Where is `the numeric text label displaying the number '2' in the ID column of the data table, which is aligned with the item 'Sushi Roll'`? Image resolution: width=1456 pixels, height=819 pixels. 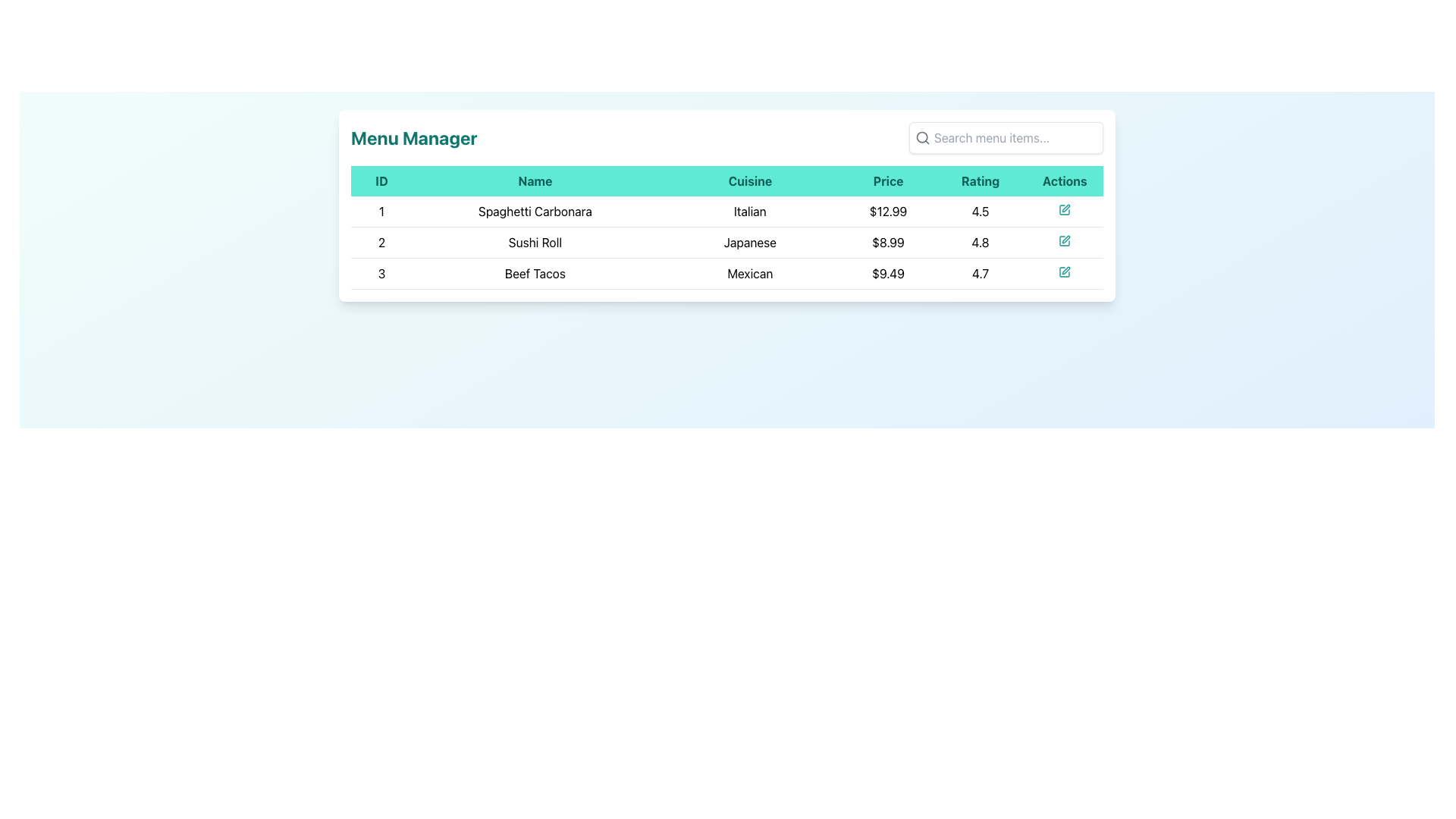
the numeric text label displaying the number '2' in the ID column of the data table, which is aligned with the item 'Sushi Roll' is located at coordinates (381, 242).